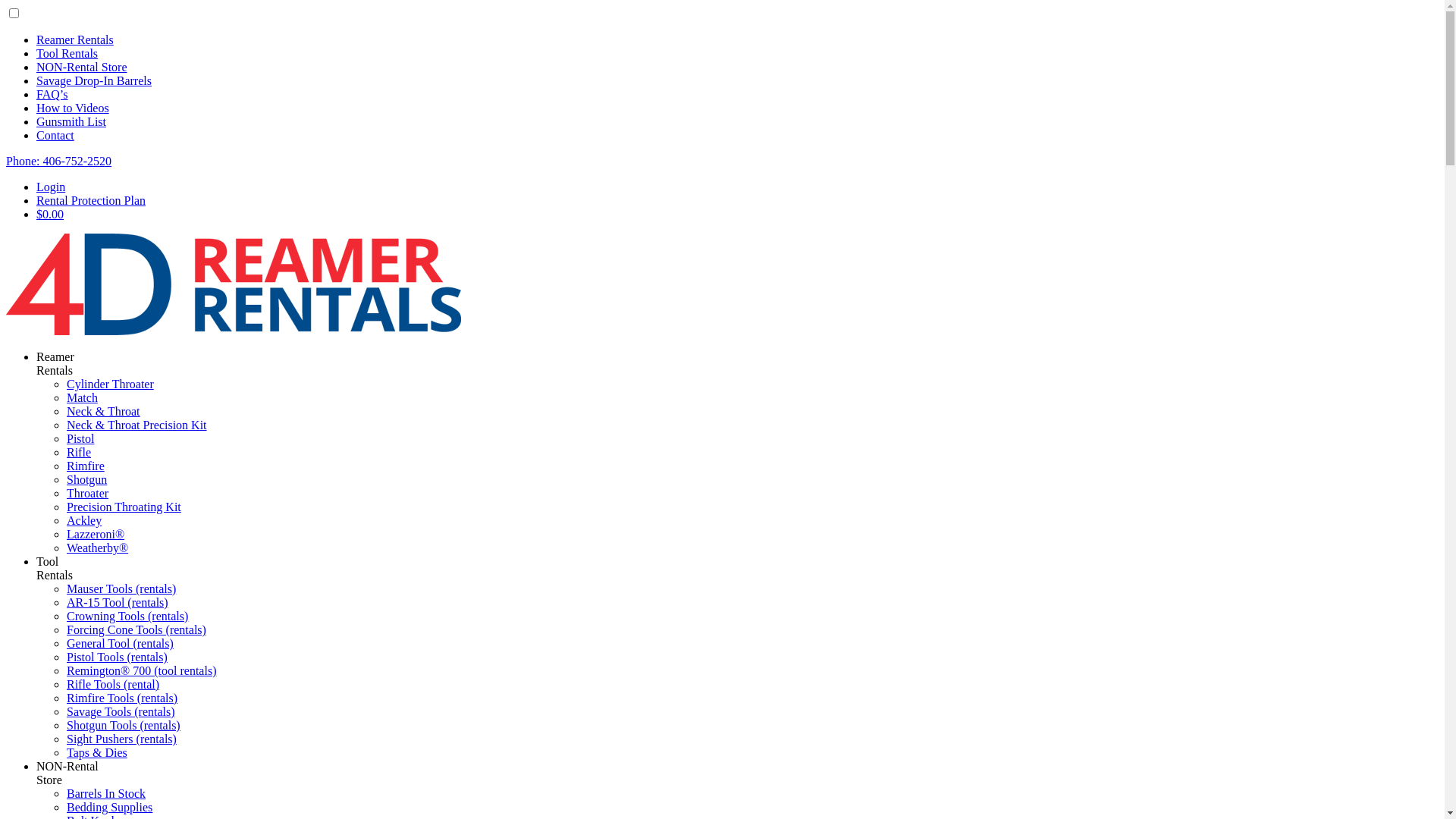 The width and height of the screenshot is (1456, 819). Describe the element at coordinates (65, 698) in the screenshot. I see `'Rimfire Tools (rentals)'` at that location.